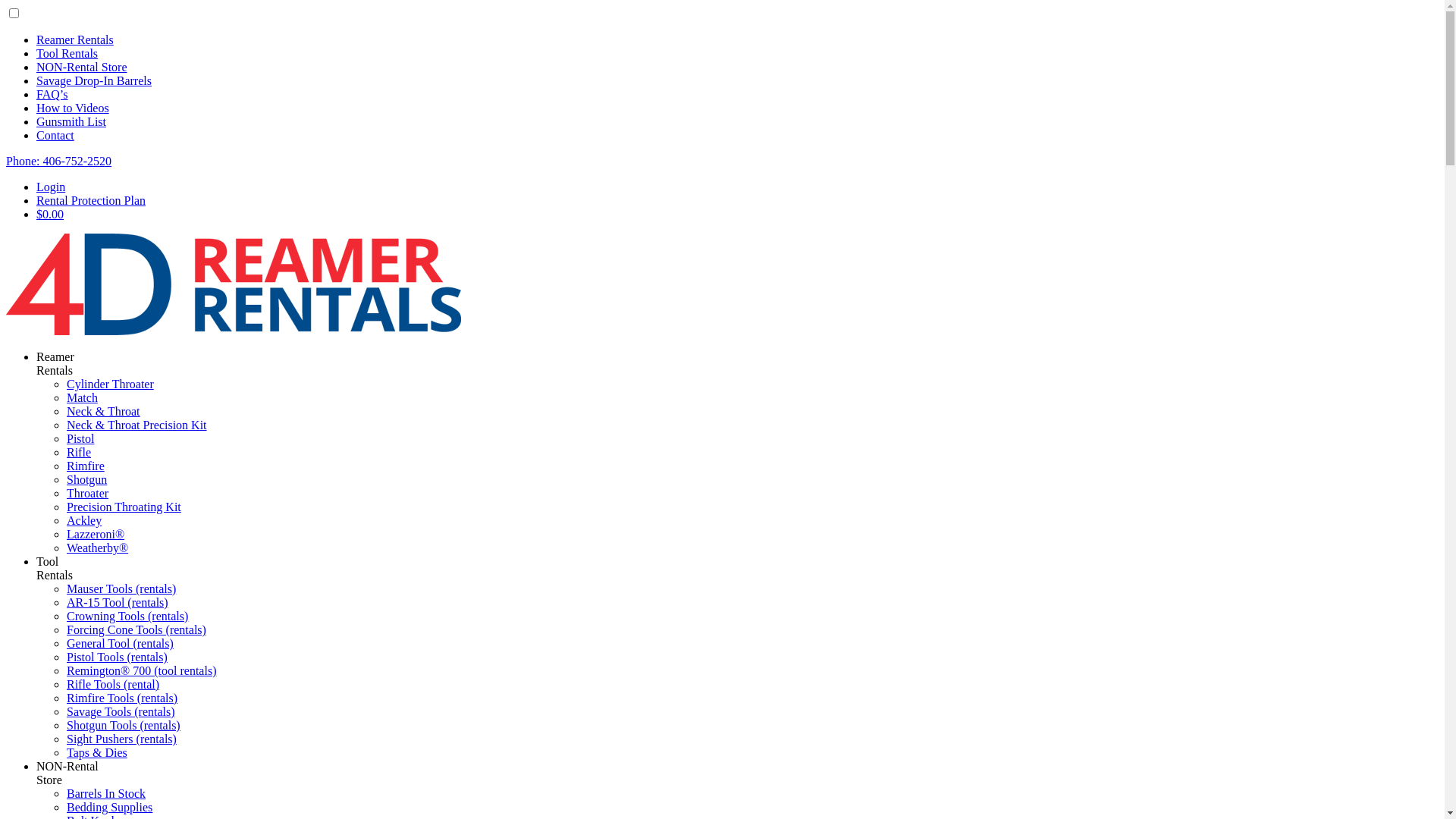 The width and height of the screenshot is (1456, 819). Describe the element at coordinates (65, 698) in the screenshot. I see `'Rimfire Tools (rentals)'` at that location.